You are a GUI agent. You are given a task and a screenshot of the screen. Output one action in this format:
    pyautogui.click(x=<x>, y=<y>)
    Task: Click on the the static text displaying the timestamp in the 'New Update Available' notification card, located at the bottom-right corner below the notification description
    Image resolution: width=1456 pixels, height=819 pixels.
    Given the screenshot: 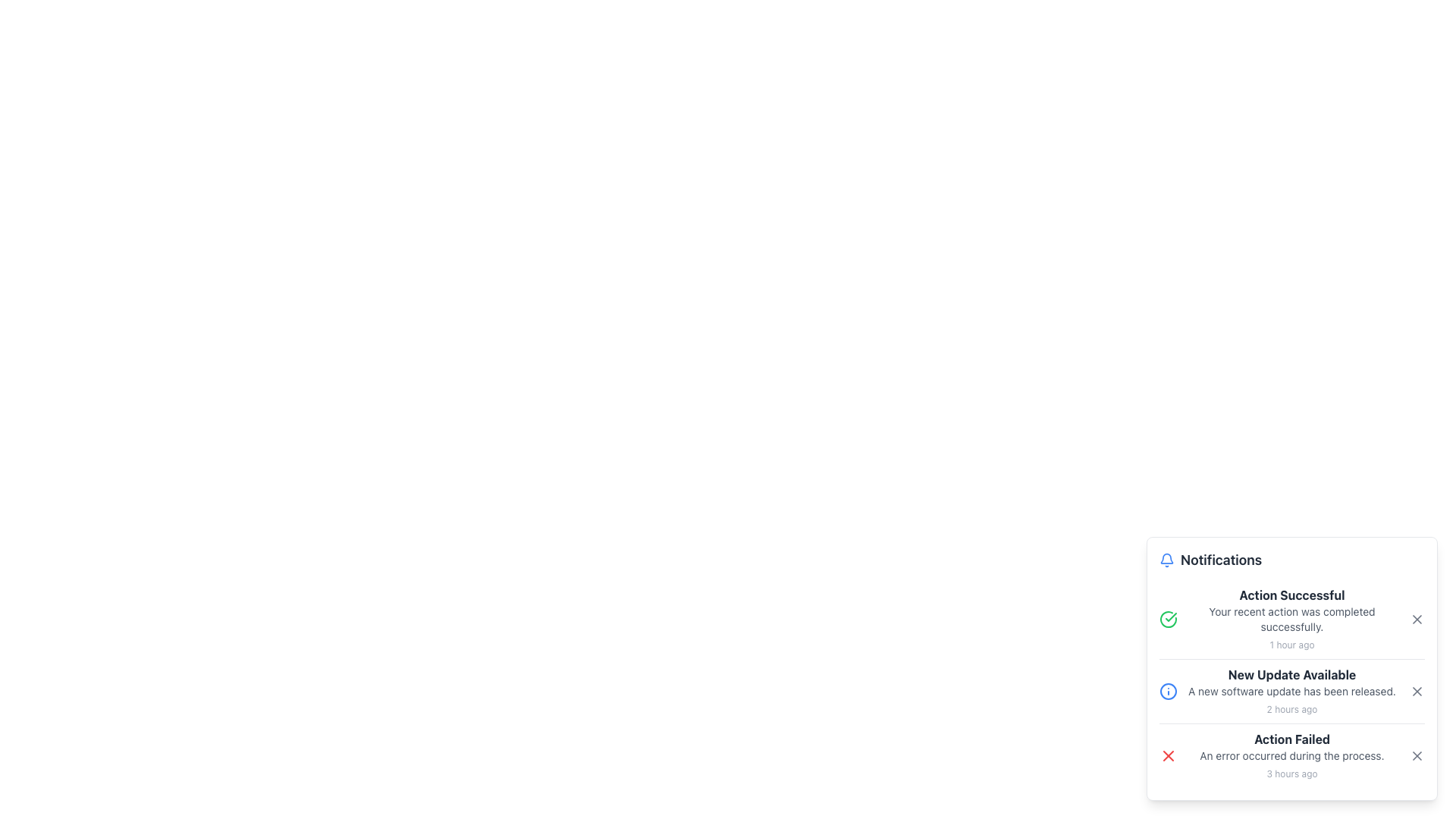 What is the action you would take?
    pyautogui.click(x=1291, y=709)
    